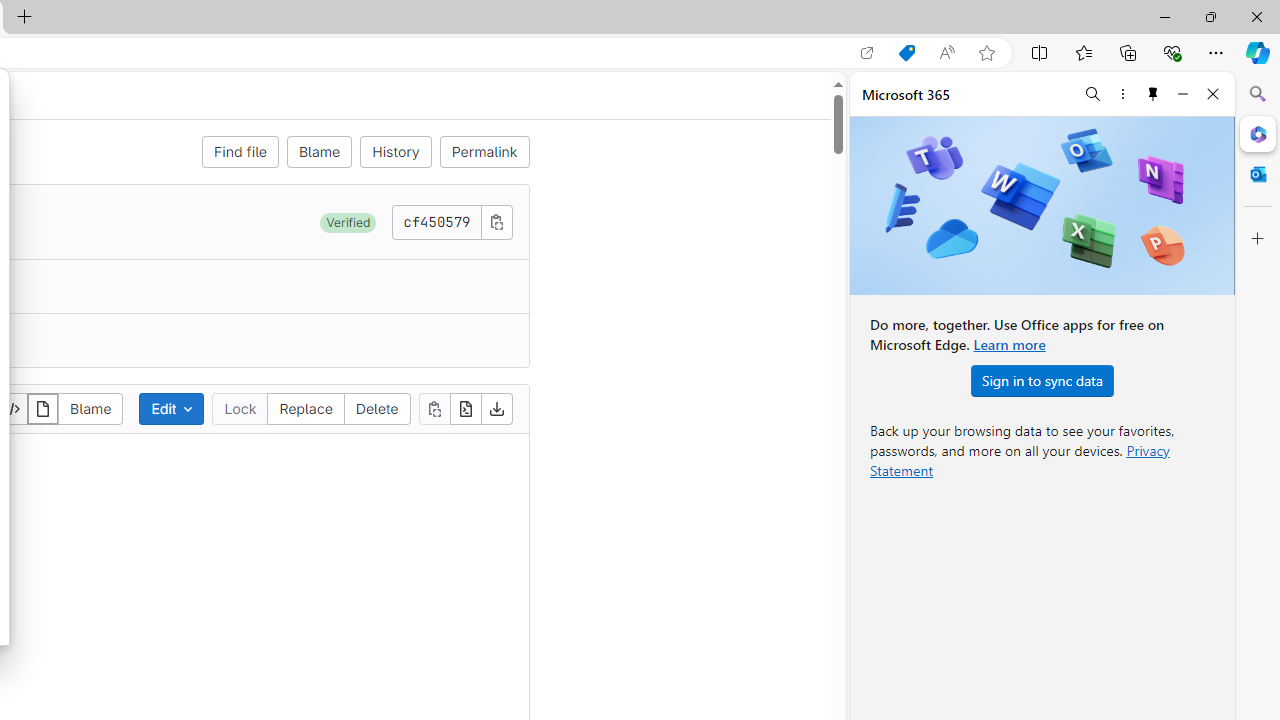  I want to click on 'Verified', so click(348, 222).